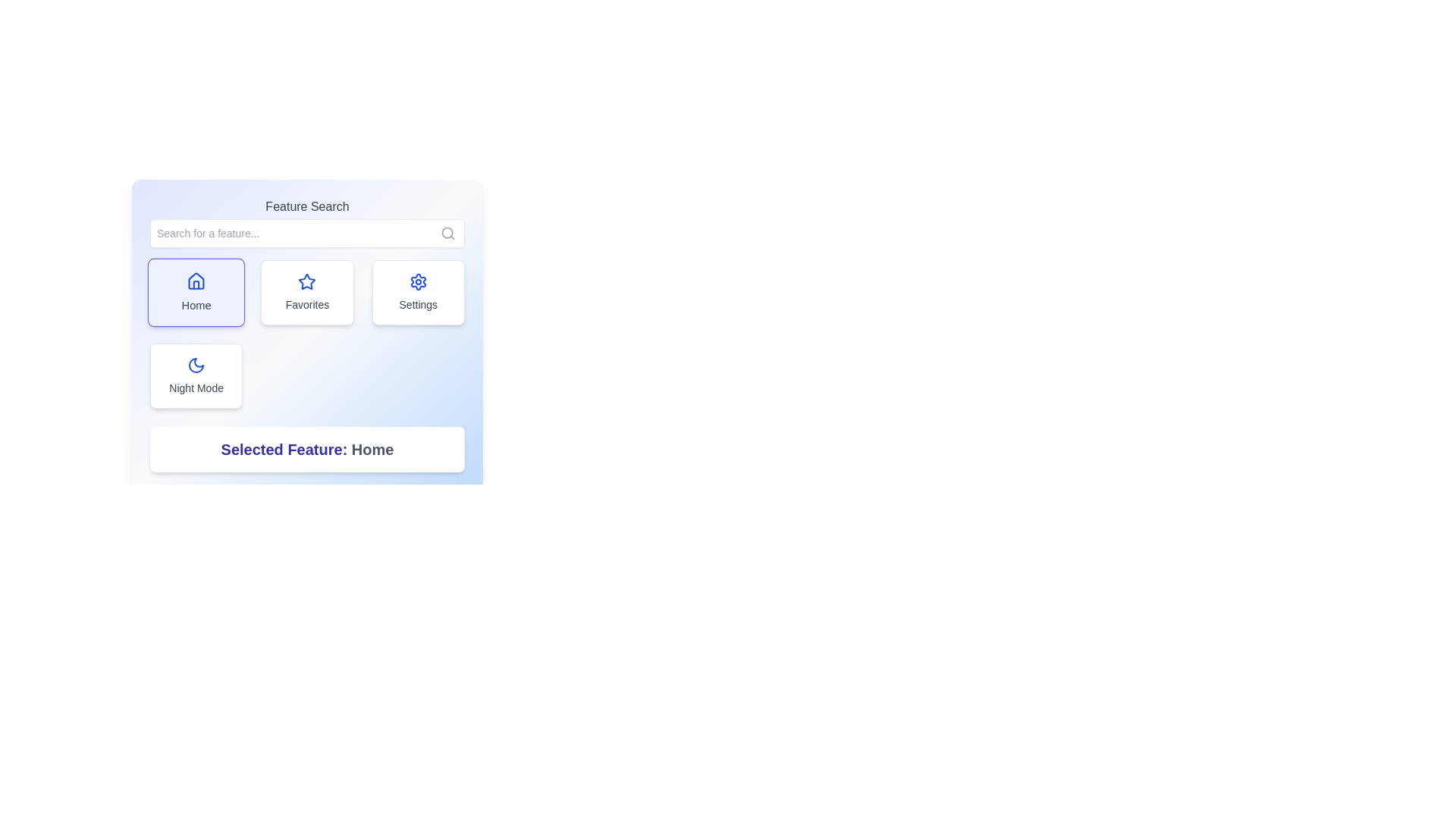 The height and width of the screenshot is (819, 1456). What do you see at coordinates (196, 375) in the screenshot?
I see `the 'Night Mode' button located in the lower-left corner of the grid layout, beneath the 'Home' option` at bounding box center [196, 375].